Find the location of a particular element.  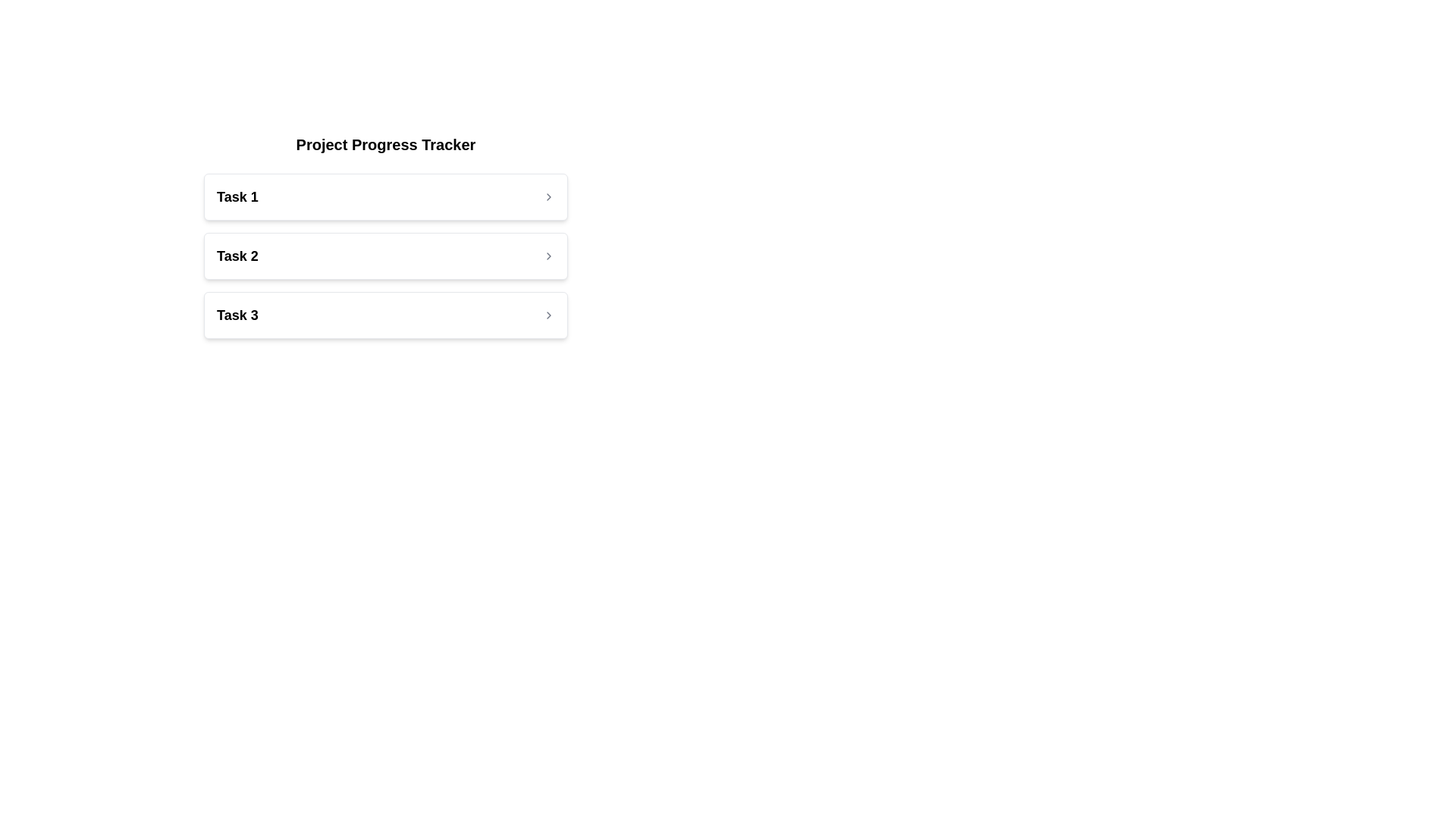

the navigational icon that expands 'Task 1' is located at coordinates (548, 196).